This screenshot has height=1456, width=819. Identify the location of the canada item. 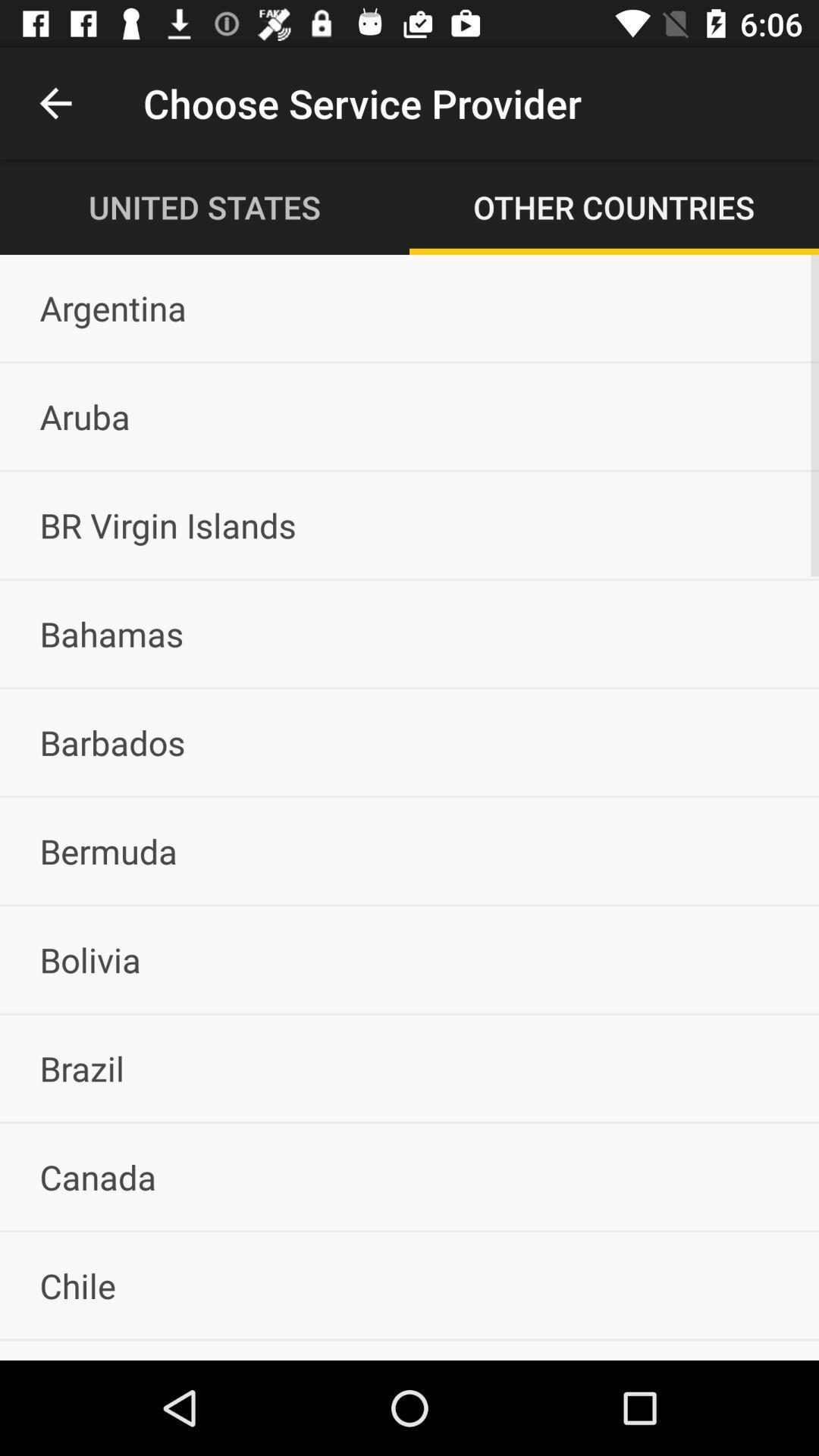
(409, 1176).